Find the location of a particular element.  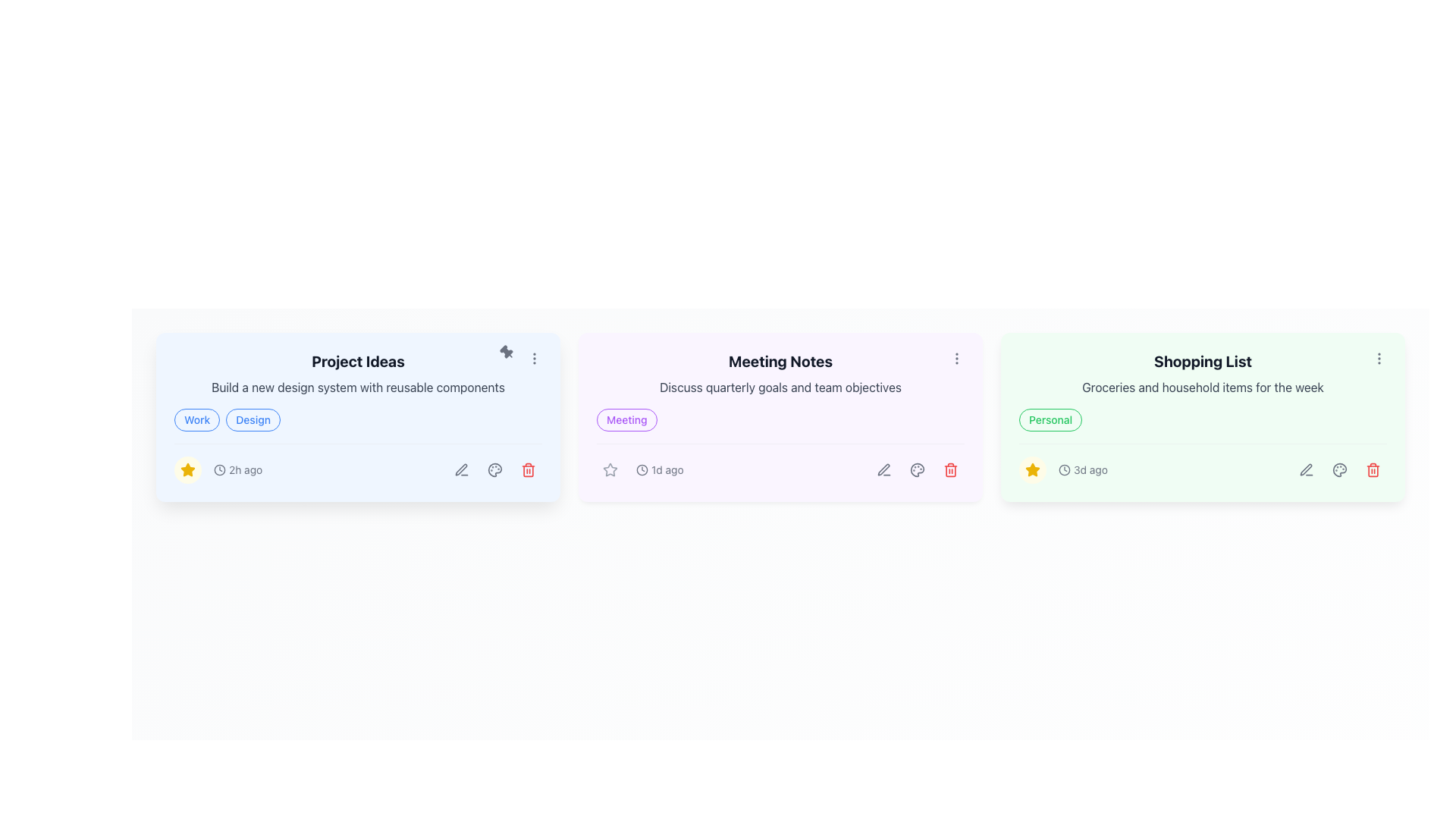

the 'Work' label located in the upper left portion of the card titled 'Project Ideas', which is part of a horizontal arrangement with the 'Design' label is located at coordinates (196, 420).